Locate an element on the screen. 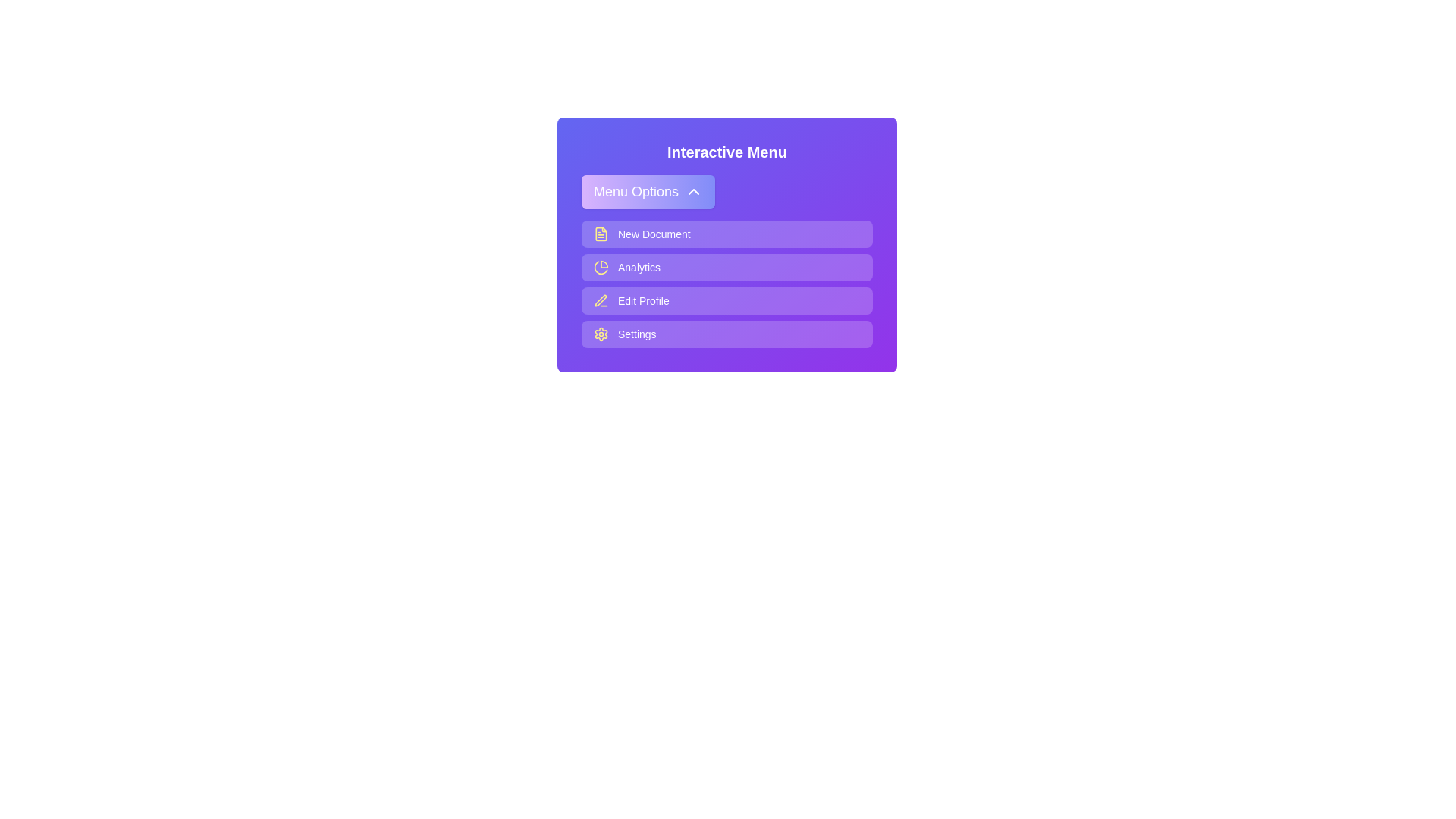 The image size is (1456, 819). the downward-pointing chevron icon next to 'Menu Options' is located at coordinates (693, 191).